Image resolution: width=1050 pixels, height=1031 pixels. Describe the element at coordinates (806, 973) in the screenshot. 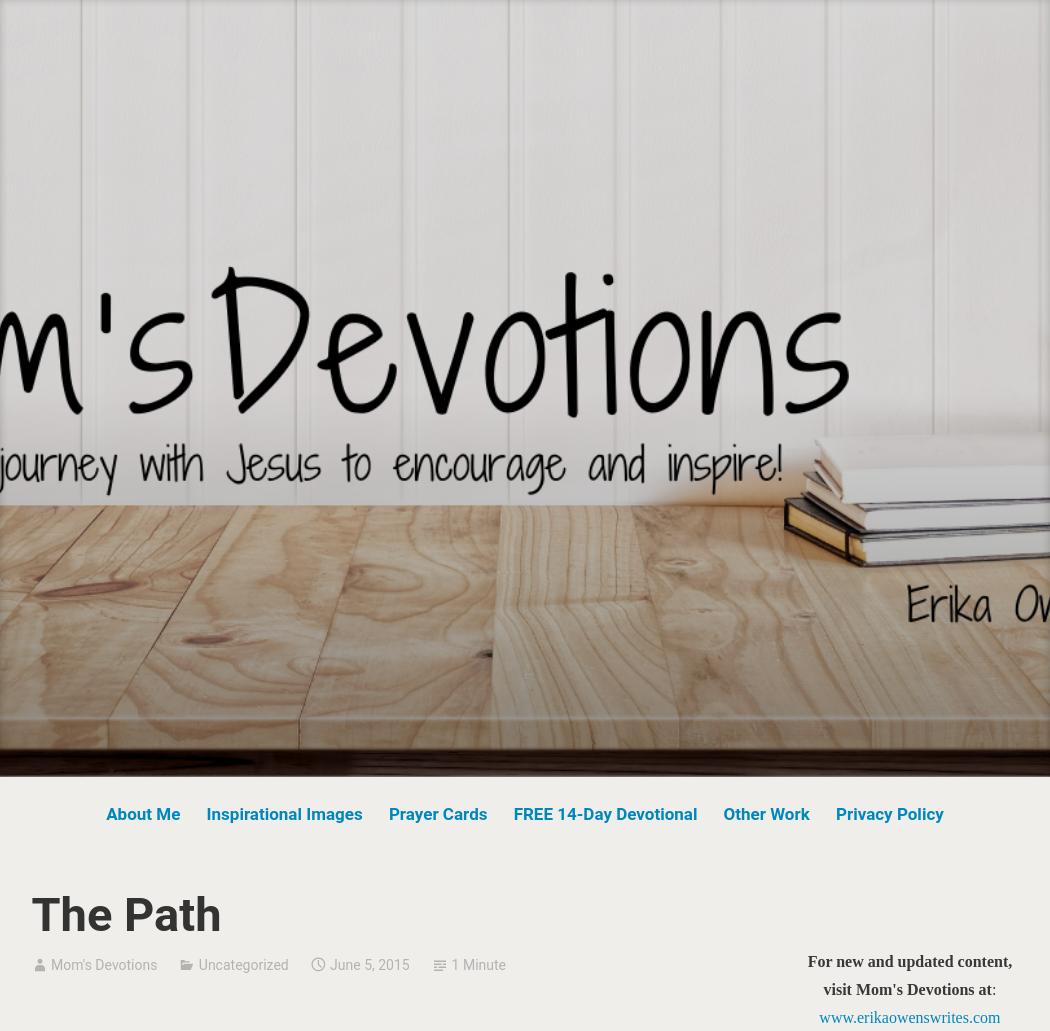

I see `'For new and updated content, visit Mom's Devotions at'` at that location.